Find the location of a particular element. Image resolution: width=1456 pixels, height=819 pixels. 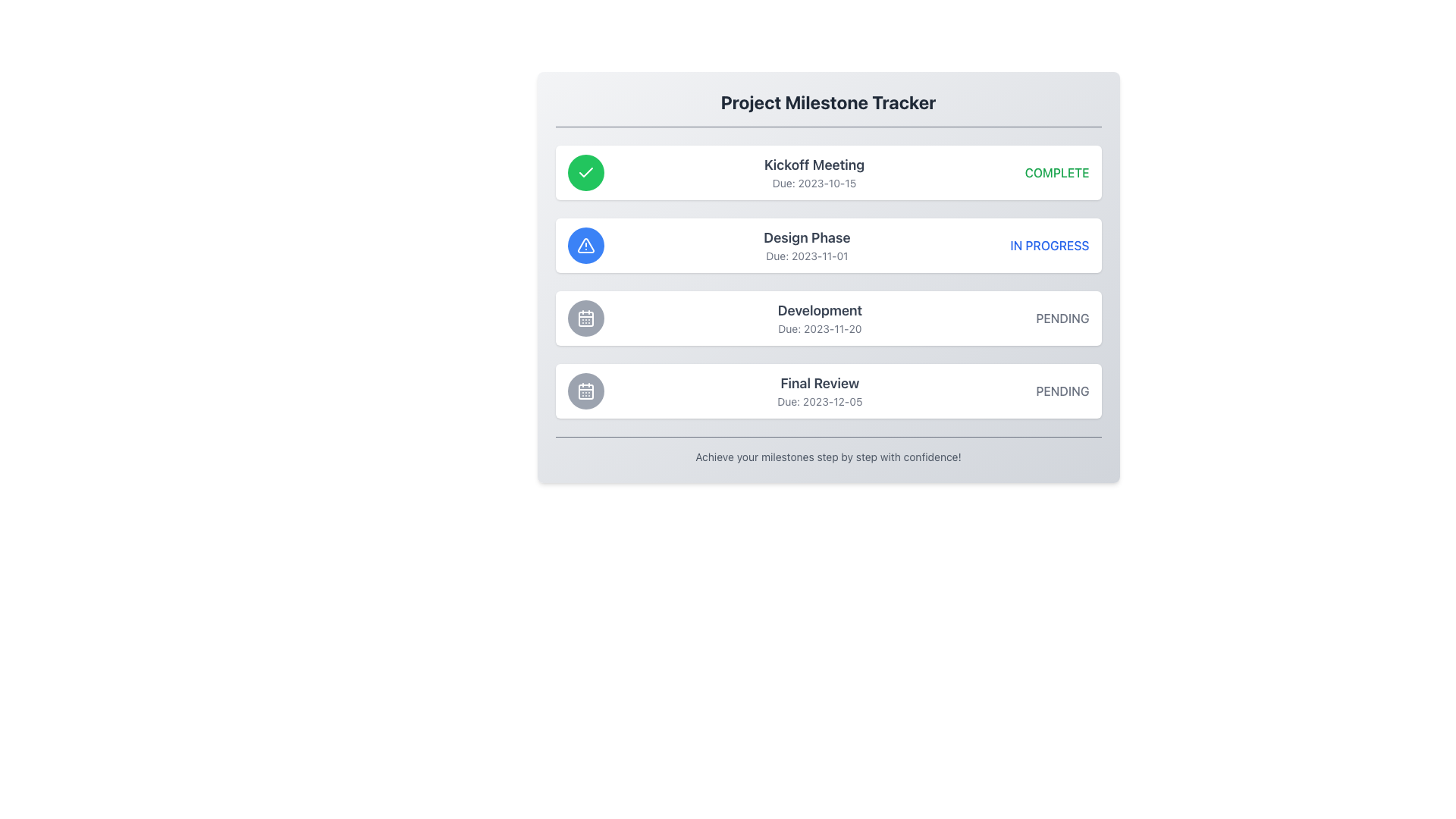

the milestone status icon located in the second row of the project milestone tracker interface, next to the 'Design Phase' label is located at coordinates (585, 245).